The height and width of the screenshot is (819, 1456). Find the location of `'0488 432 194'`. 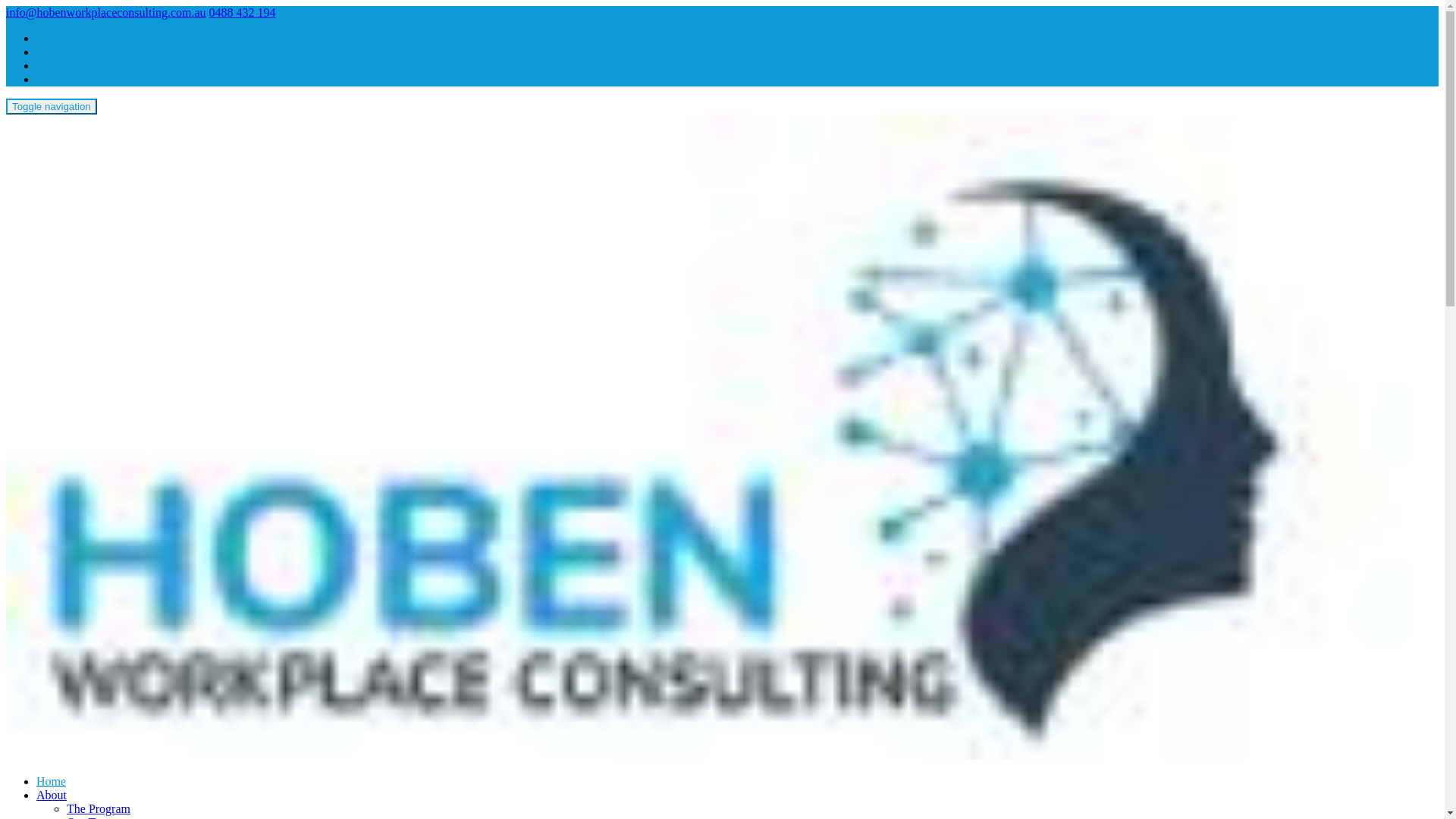

'0488 432 194' is located at coordinates (243, 12).